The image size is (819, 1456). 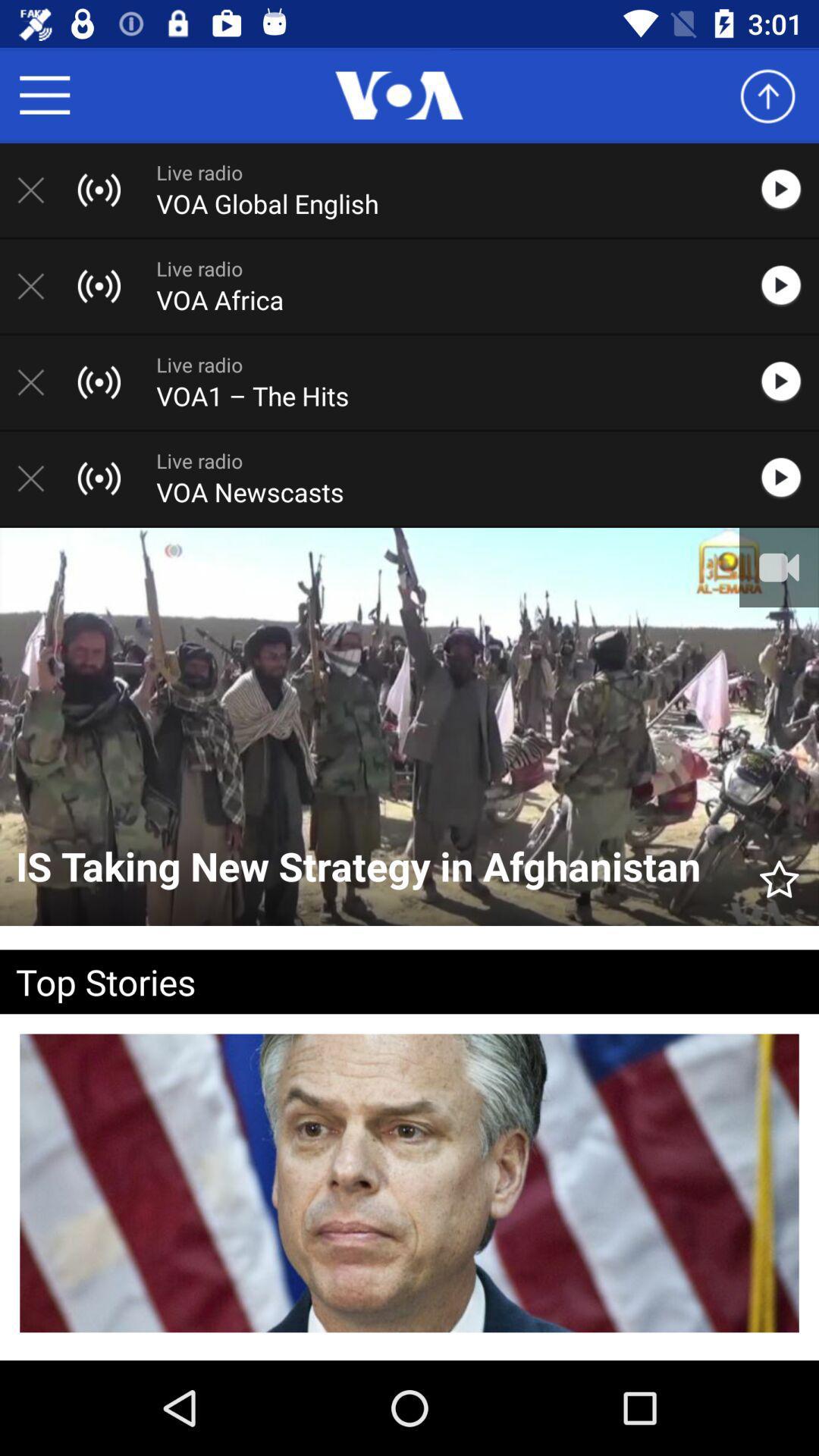 What do you see at coordinates (788, 189) in the screenshot?
I see `the play icon` at bounding box center [788, 189].